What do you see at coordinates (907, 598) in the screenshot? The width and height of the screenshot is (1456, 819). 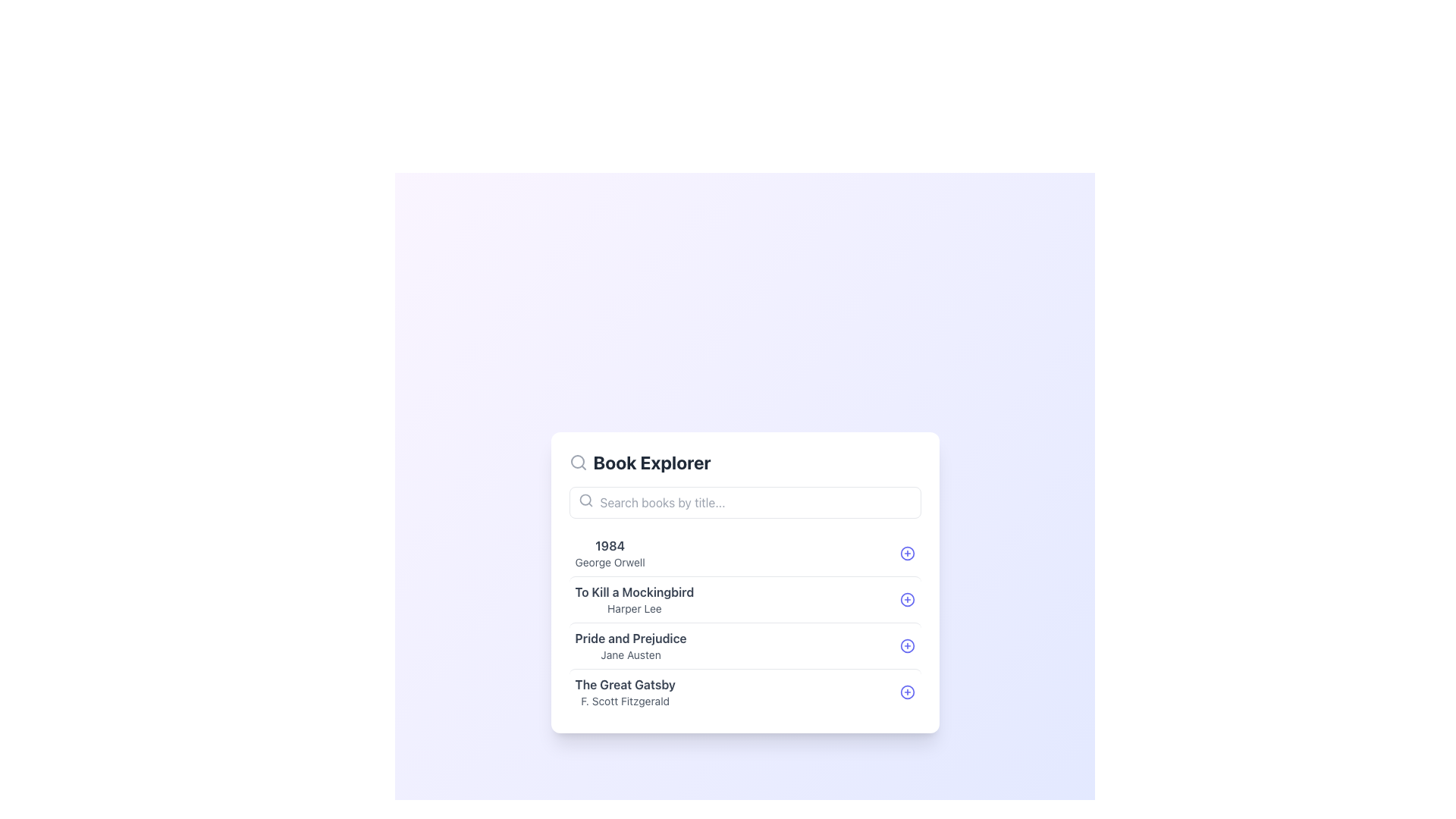 I see `the central circular component of the 'plus' icon located in the row for the book 'To Kill a Mockingbird'` at bounding box center [907, 598].